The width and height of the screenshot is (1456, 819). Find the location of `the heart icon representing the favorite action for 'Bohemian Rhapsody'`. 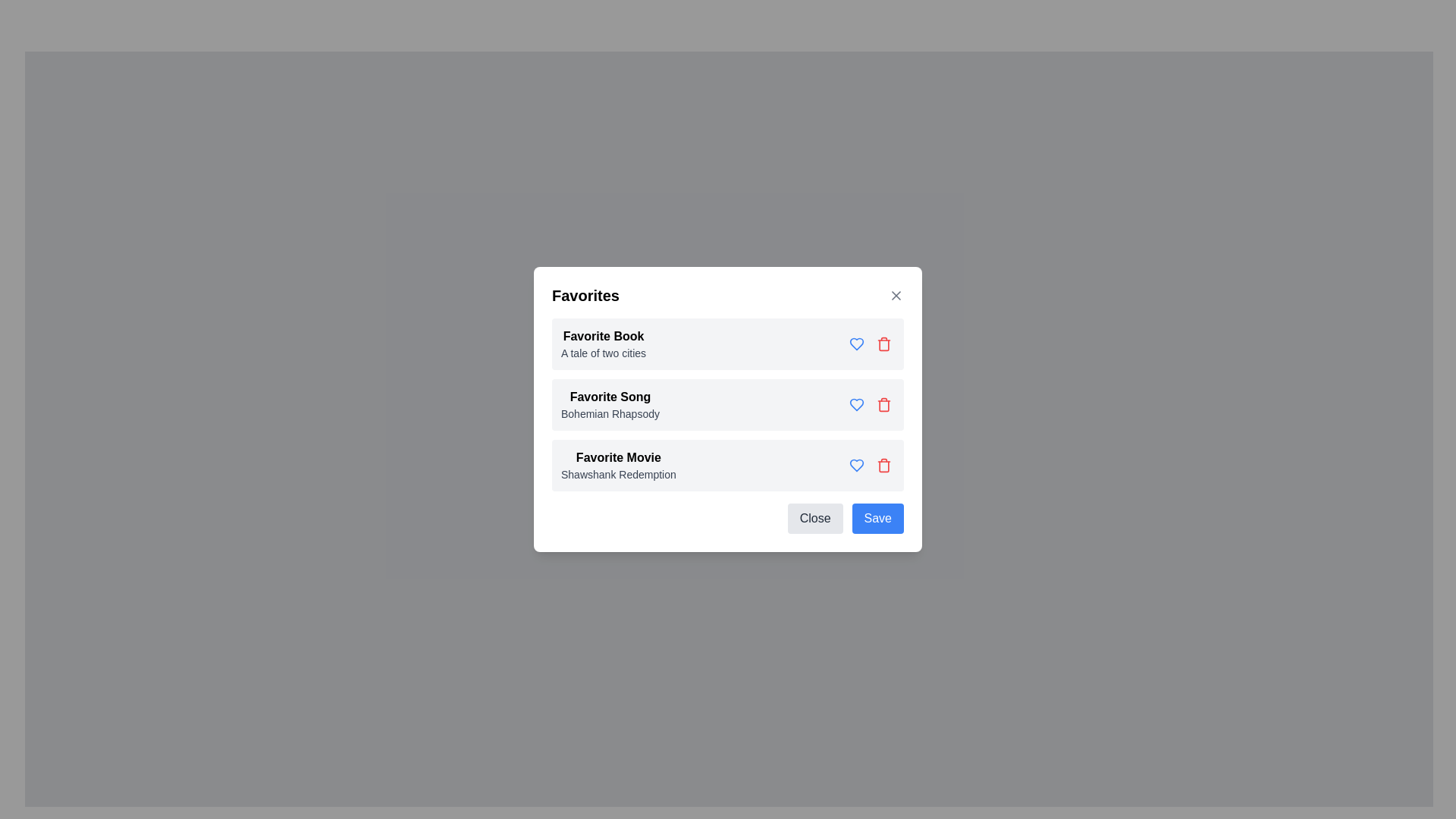

the heart icon representing the favorite action for 'Bohemian Rhapsody' is located at coordinates (856, 344).